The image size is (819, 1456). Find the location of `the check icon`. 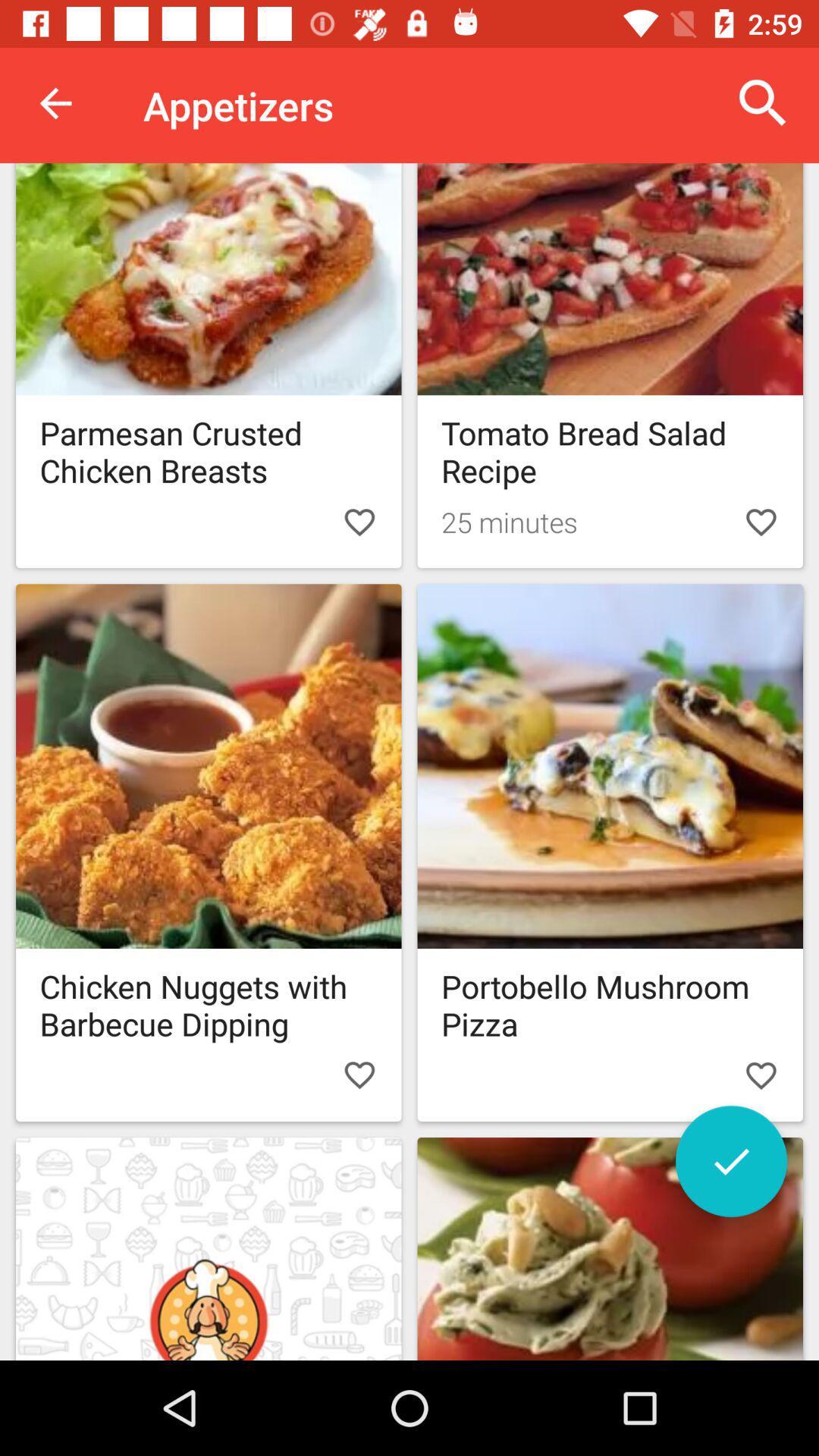

the check icon is located at coordinates (730, 1160).